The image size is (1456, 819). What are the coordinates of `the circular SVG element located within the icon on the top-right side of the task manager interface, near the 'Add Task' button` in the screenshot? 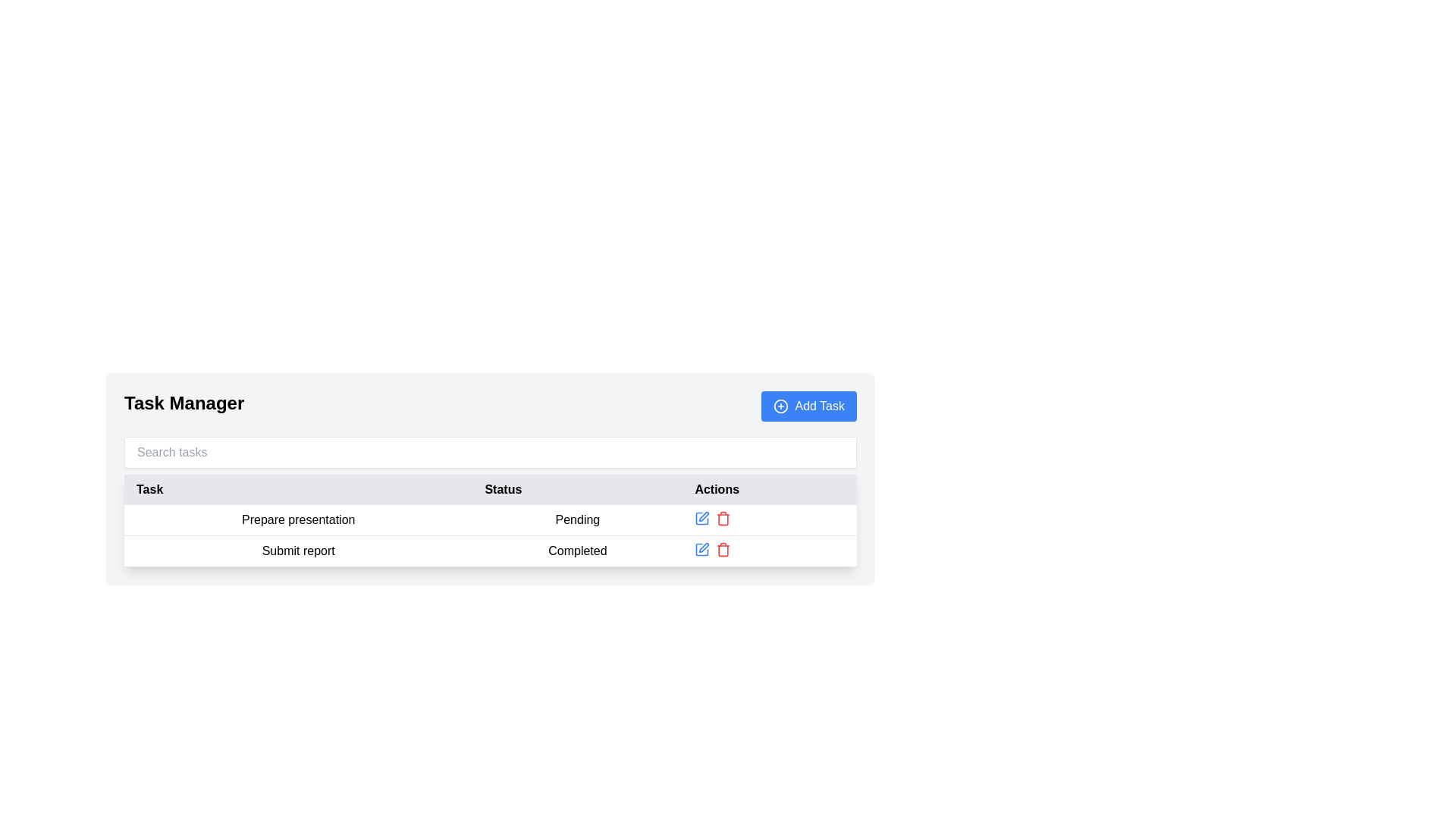 It's located at (781, 406).